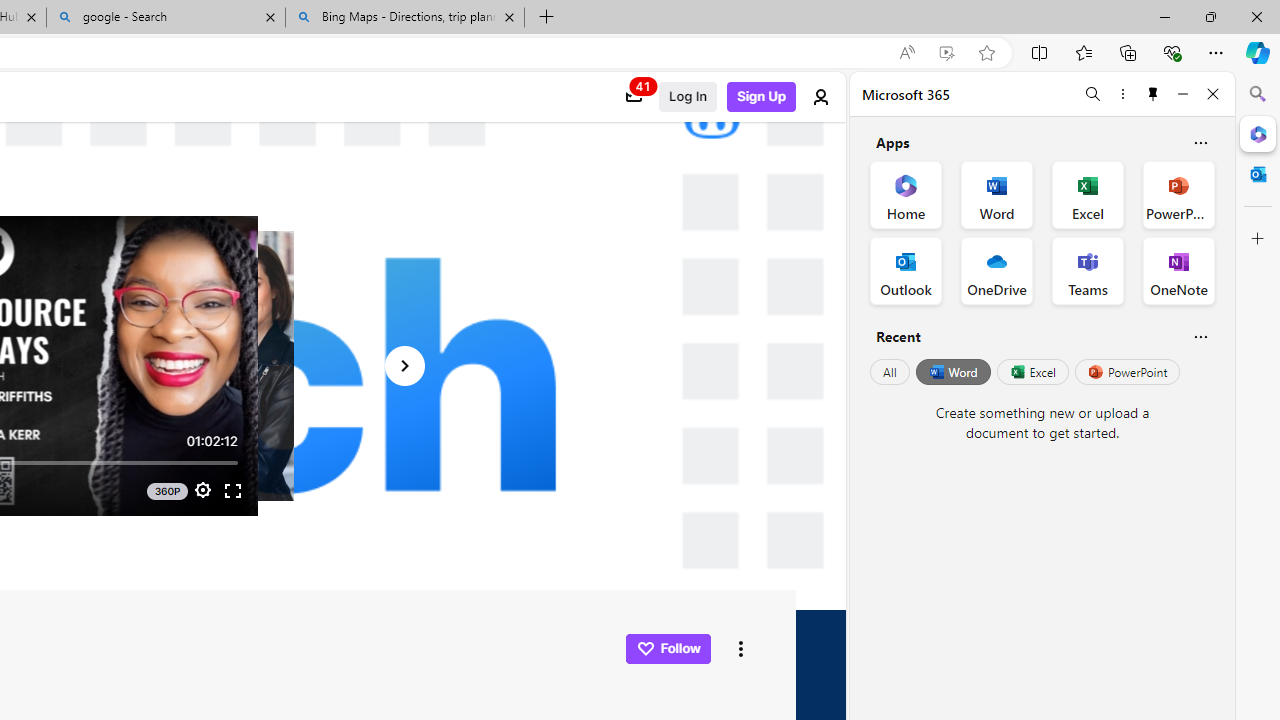 This screenshot has width=1280, height=720. What do you see at coordinates (997, 195) in the screenshot?
I see `'Word Office App'` at bounding box center [997, 195].